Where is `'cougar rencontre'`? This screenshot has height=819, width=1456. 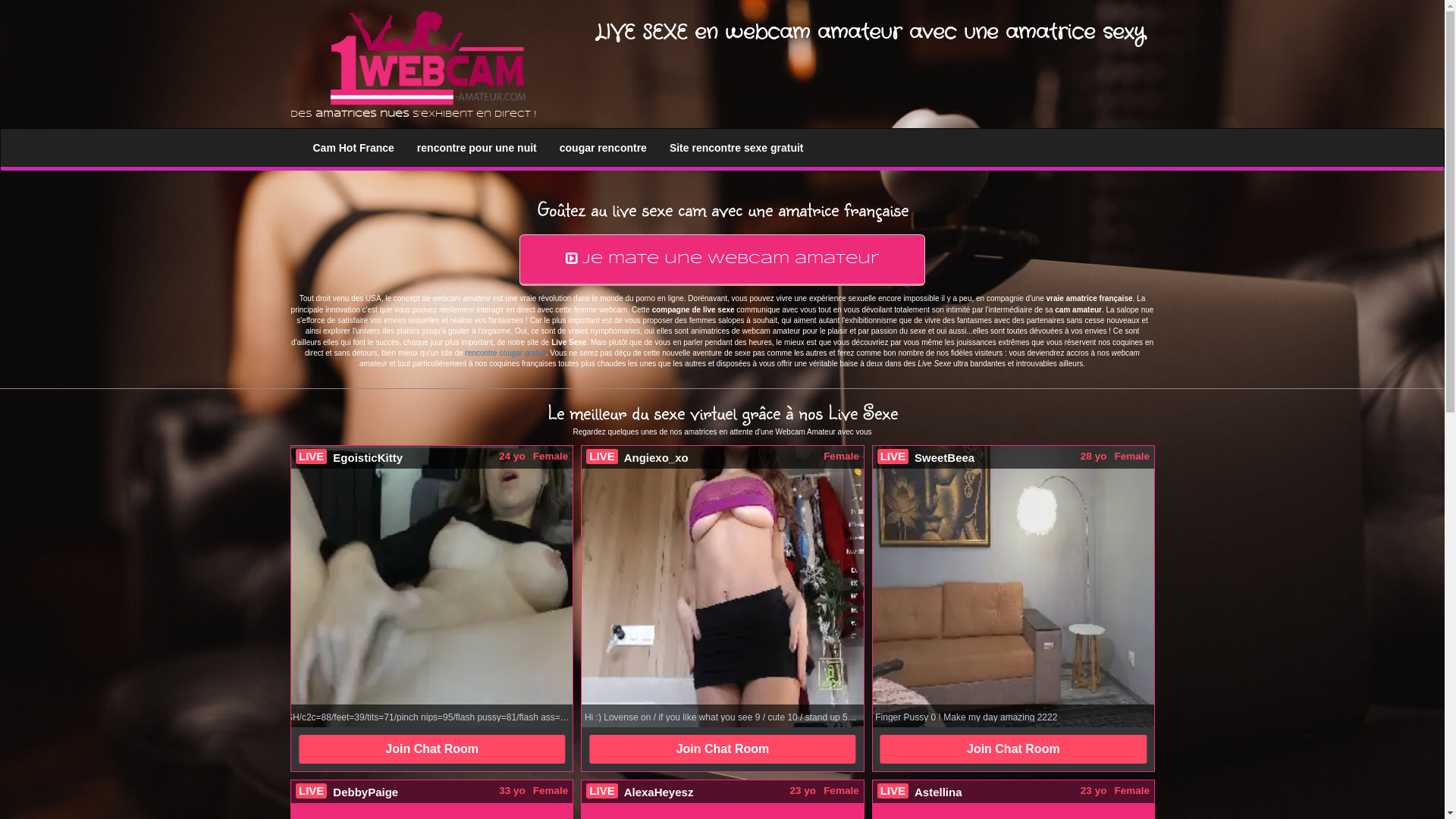 'cougar rencontre' is located at coordinates (548, 148).